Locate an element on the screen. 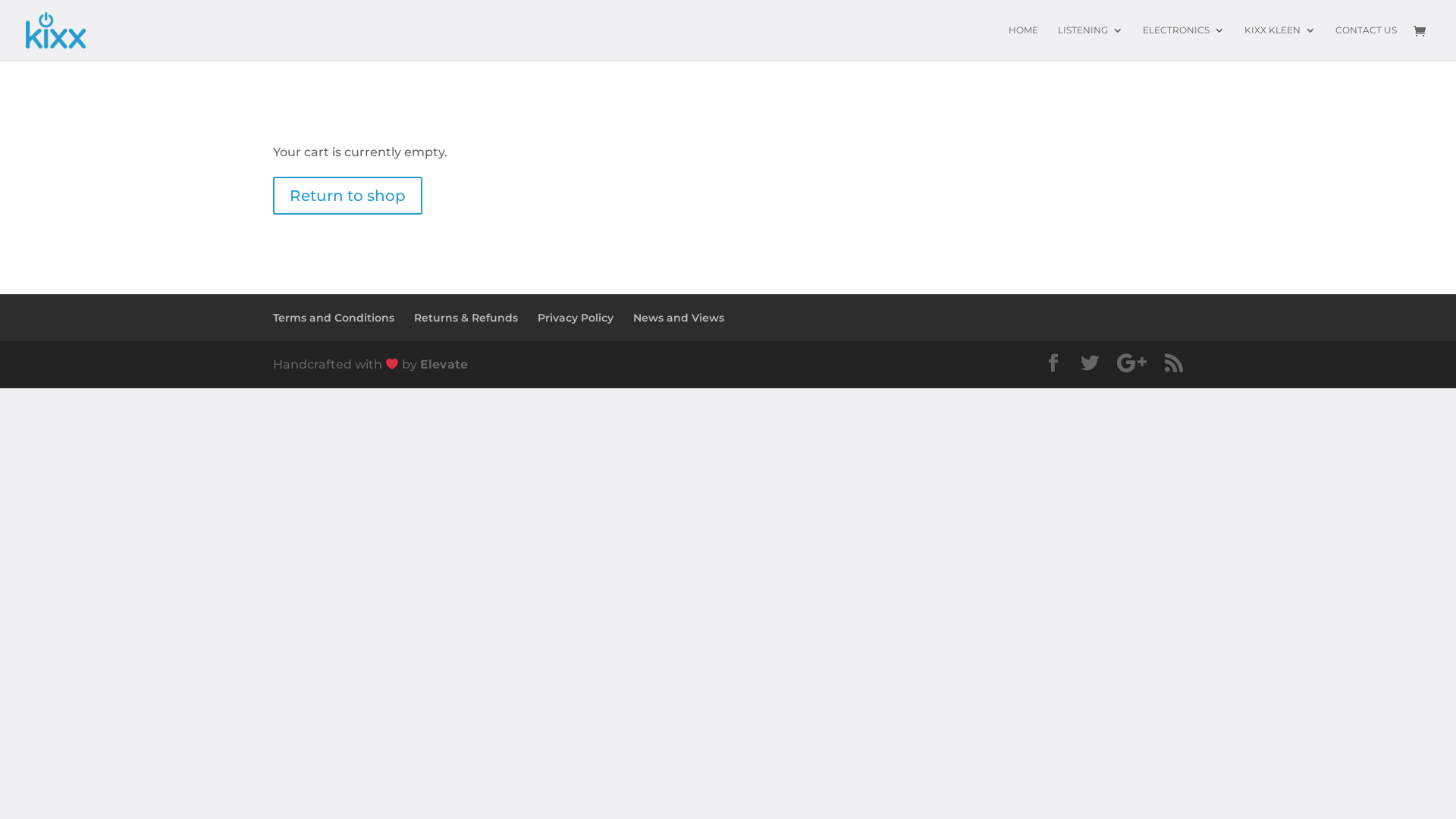 The height and width of the screenshot is (819, 1456). 'KIXX KLEEN' is located at coordinates (1279, 42).